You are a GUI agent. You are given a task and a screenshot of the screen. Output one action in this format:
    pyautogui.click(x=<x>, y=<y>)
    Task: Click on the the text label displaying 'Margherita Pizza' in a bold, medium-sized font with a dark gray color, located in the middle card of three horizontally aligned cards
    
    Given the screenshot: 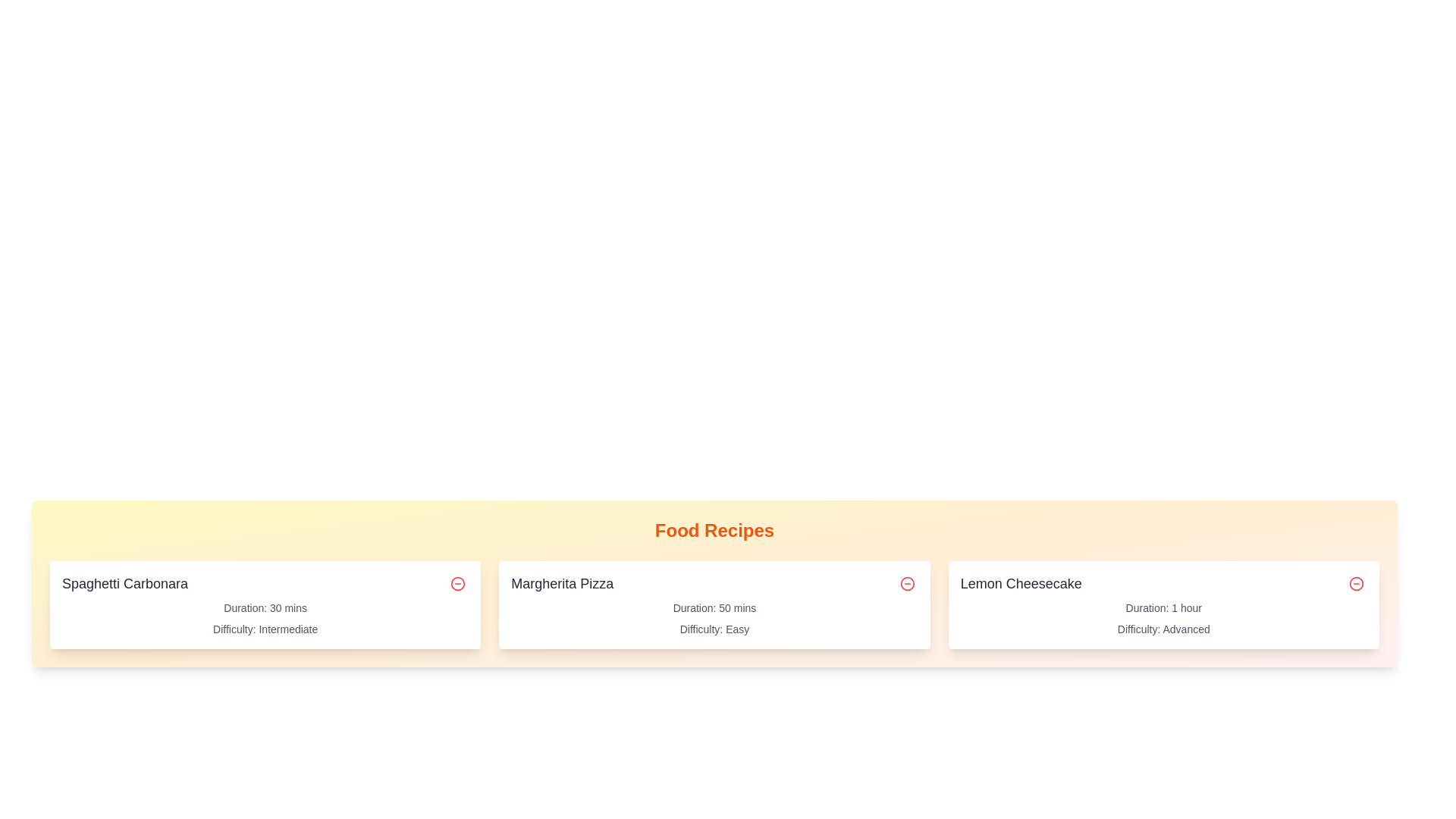 What is the action you would take?
    pyautogui.click(x=561, y=583)
    